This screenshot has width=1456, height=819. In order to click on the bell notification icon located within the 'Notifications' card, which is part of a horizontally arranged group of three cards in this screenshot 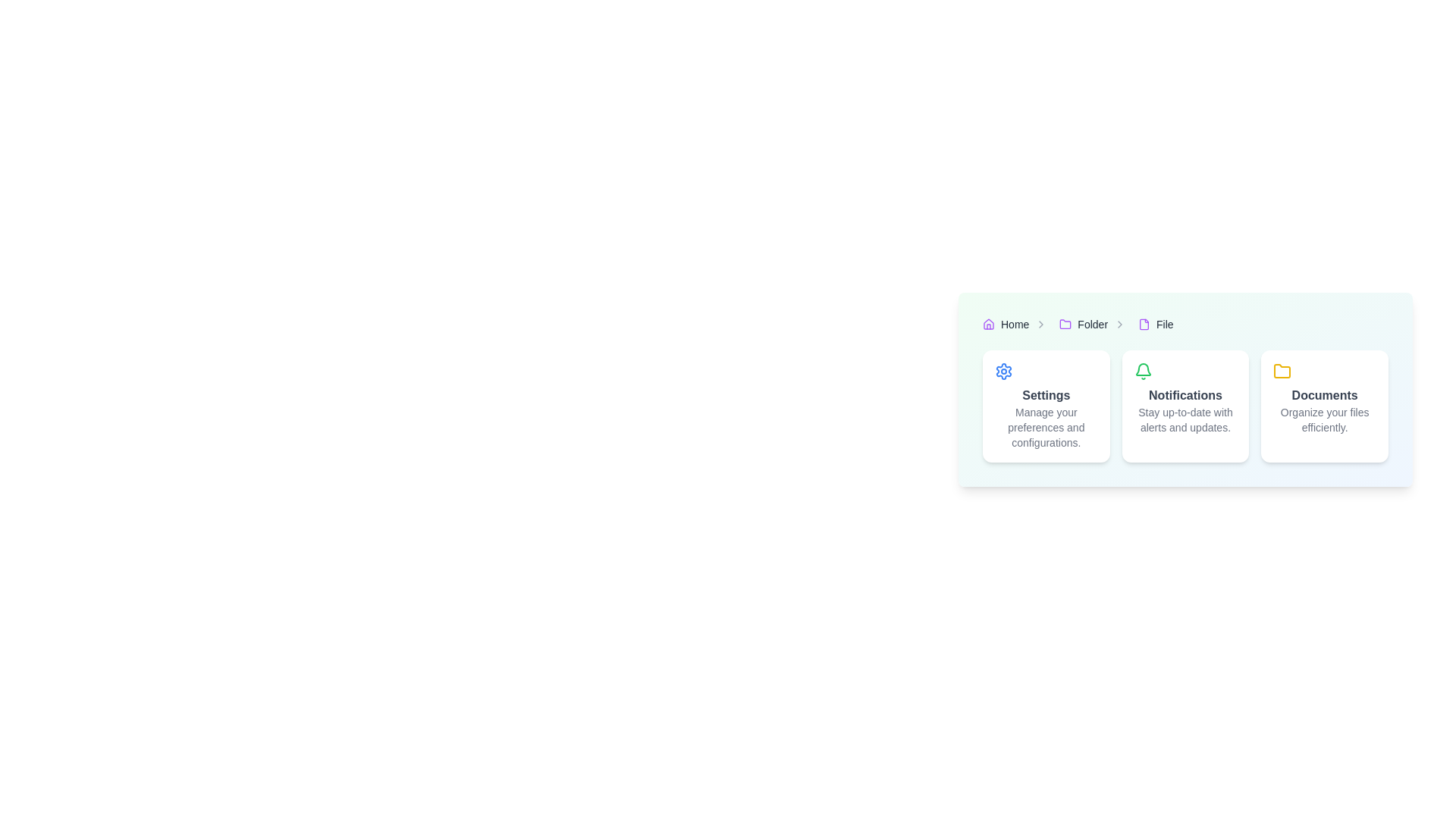, I will do `click(1143, 371)`.